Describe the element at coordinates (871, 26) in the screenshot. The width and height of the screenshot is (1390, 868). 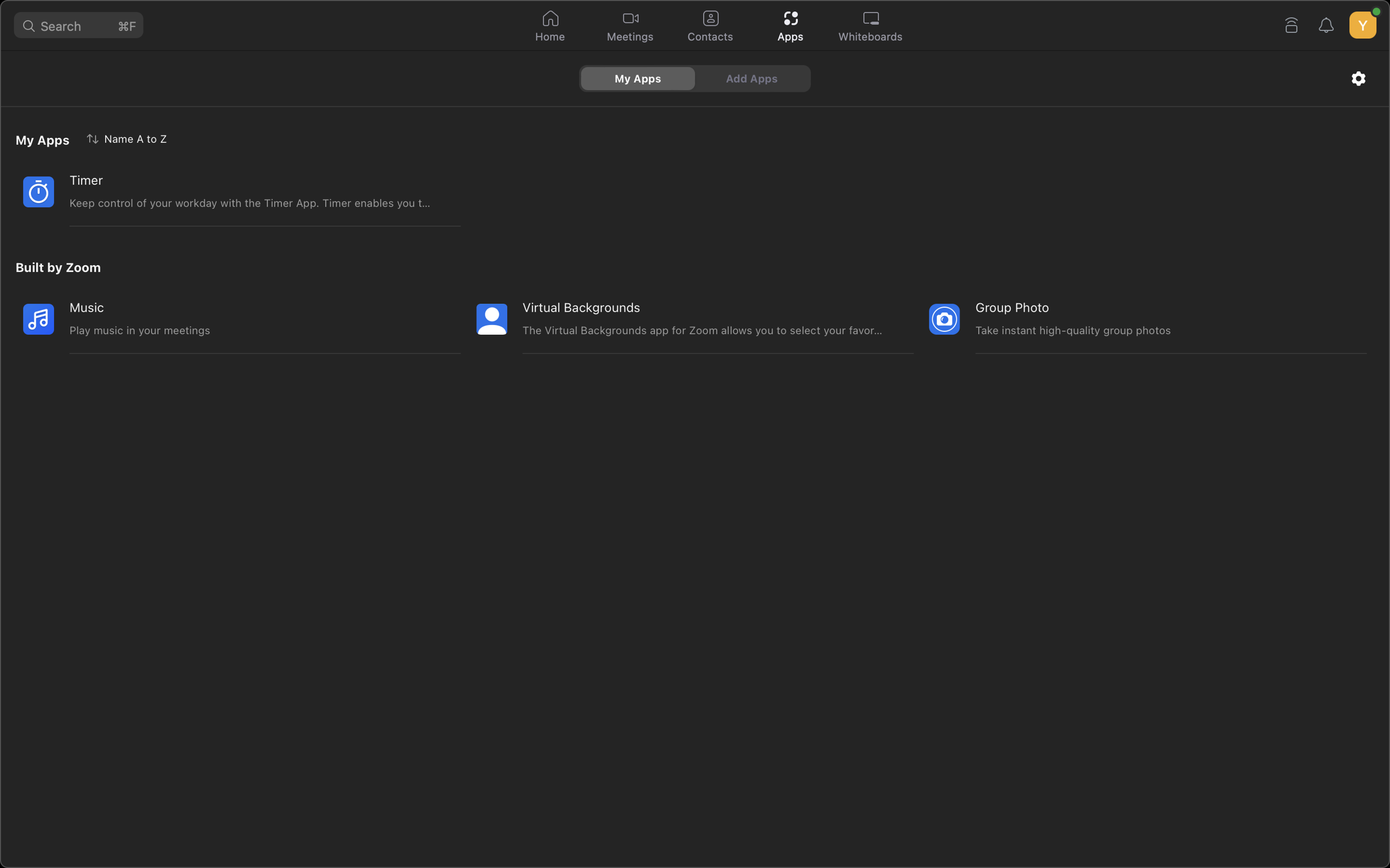
I see `Activate the whiteboard application` at that location.